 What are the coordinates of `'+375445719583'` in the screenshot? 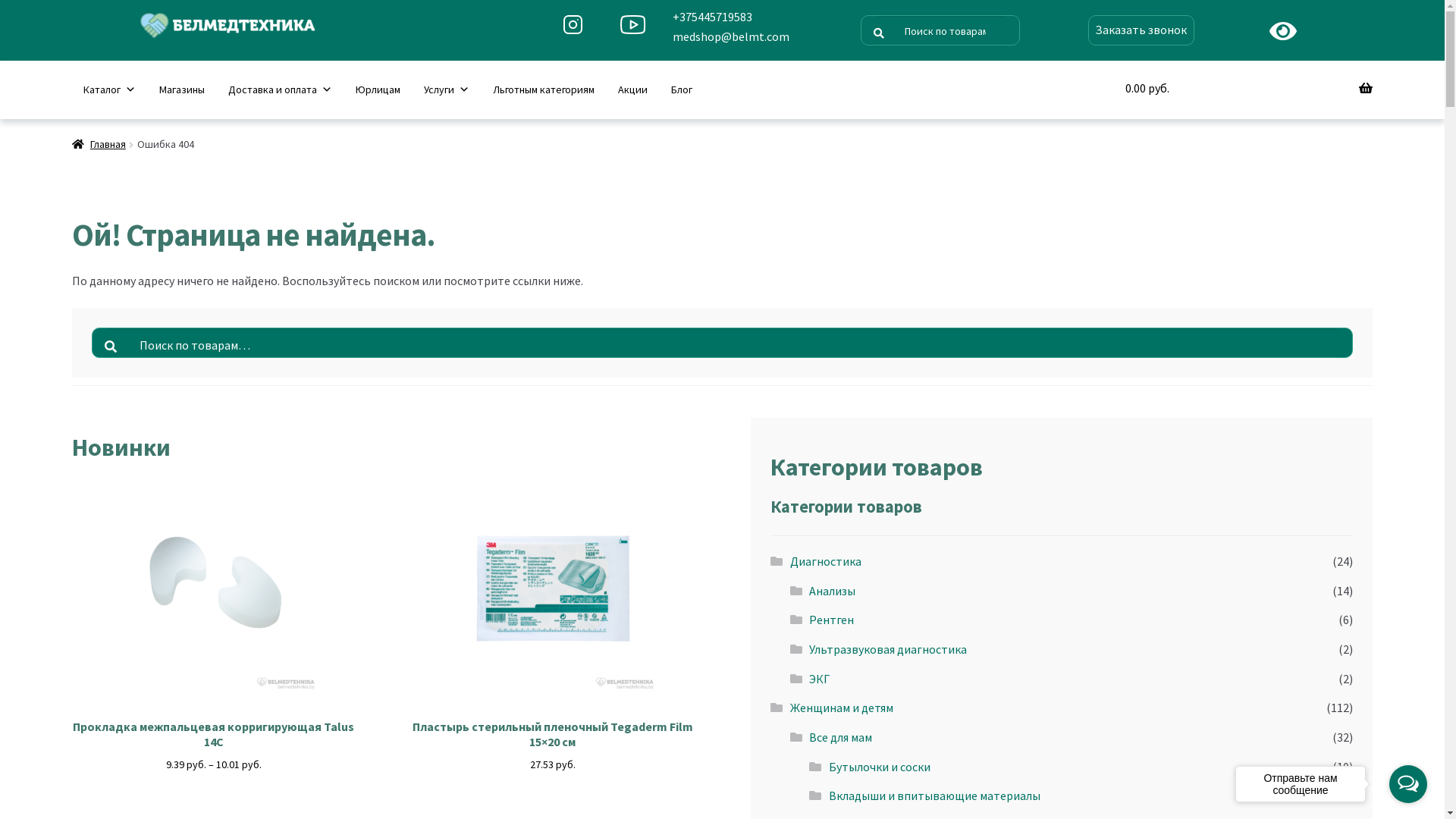 It's located at (731, 17).